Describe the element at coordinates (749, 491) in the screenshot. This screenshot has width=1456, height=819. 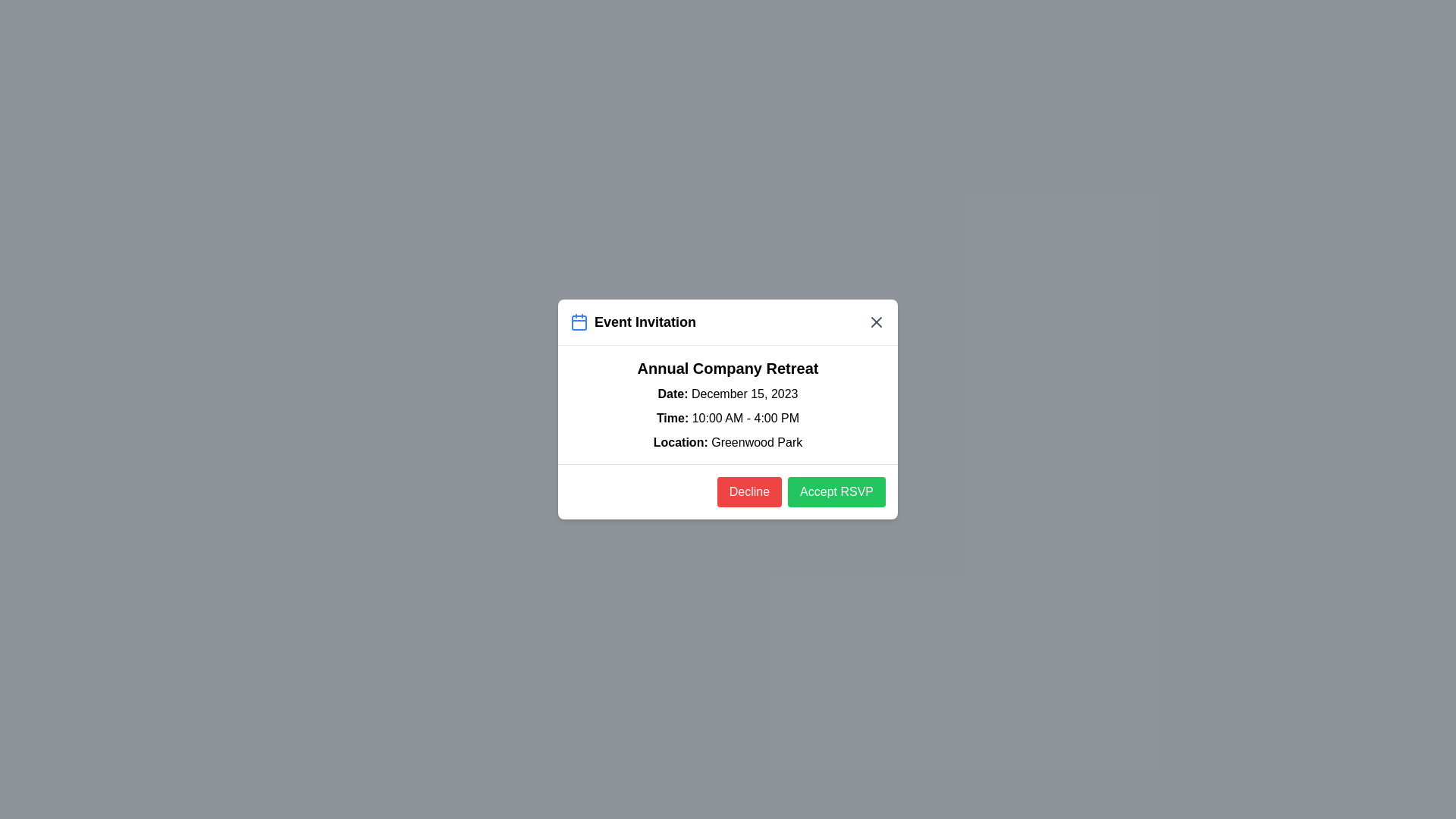
I see `the 'Decline' button located at the bottom left of the dialog box to reject the invitation` at that location.